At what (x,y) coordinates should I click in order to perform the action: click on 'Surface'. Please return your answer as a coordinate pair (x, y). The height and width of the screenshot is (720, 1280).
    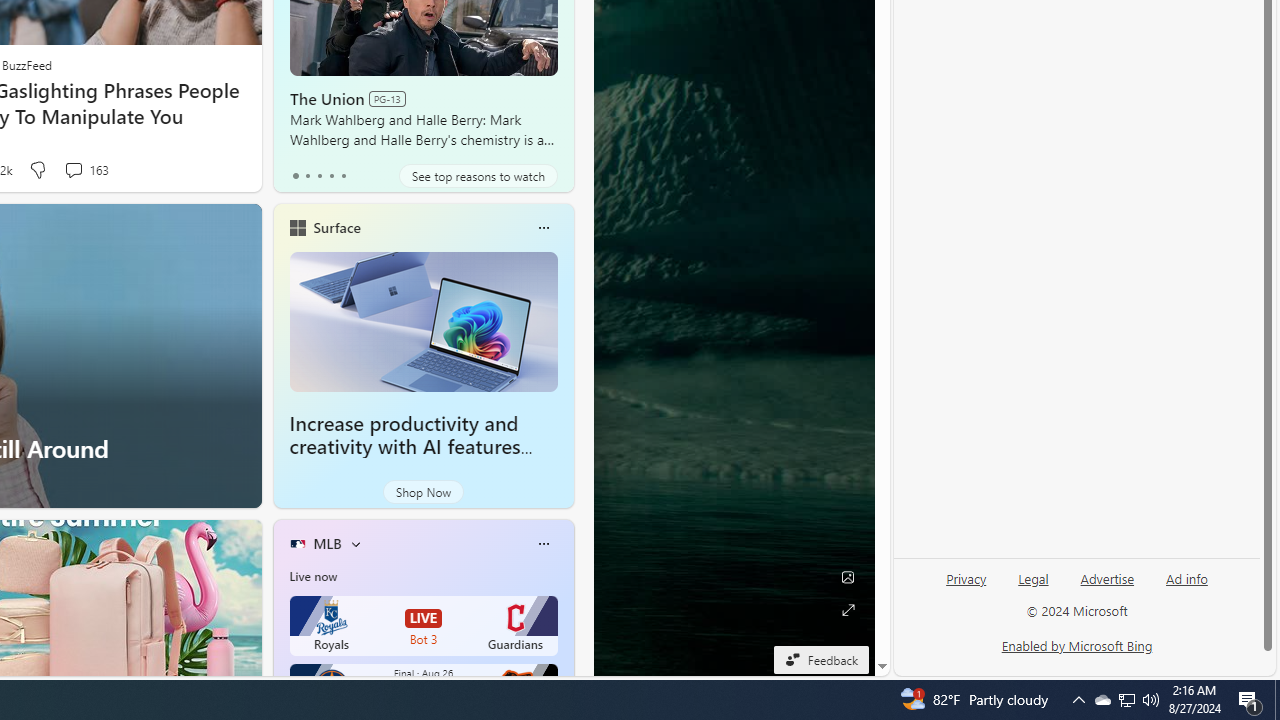
    Looking at the image, I should click on (337, 226).